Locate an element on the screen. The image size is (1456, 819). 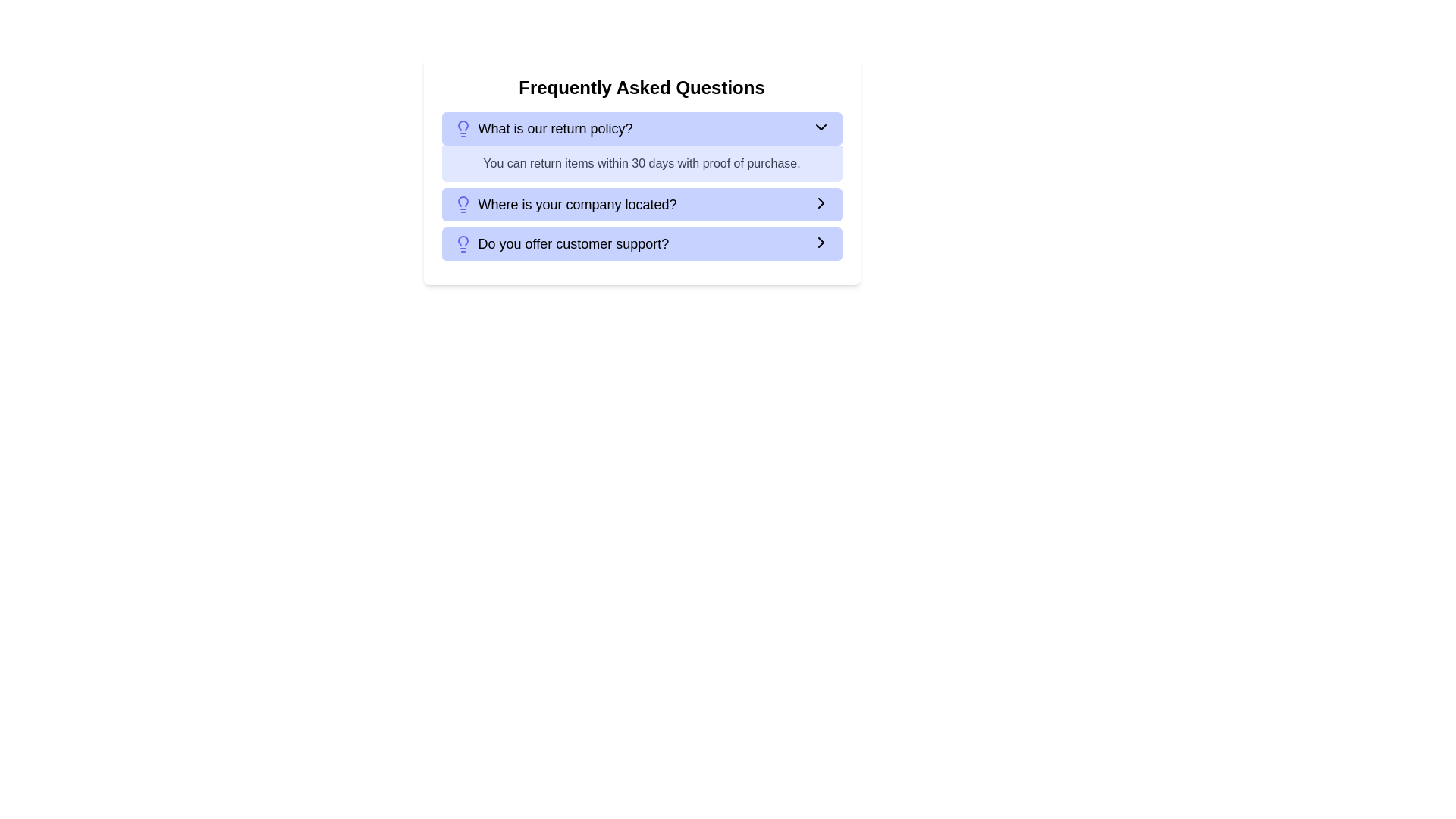
the first Collapsible FAQ item to read the details about the return policy is located at coordinates (642, 146).